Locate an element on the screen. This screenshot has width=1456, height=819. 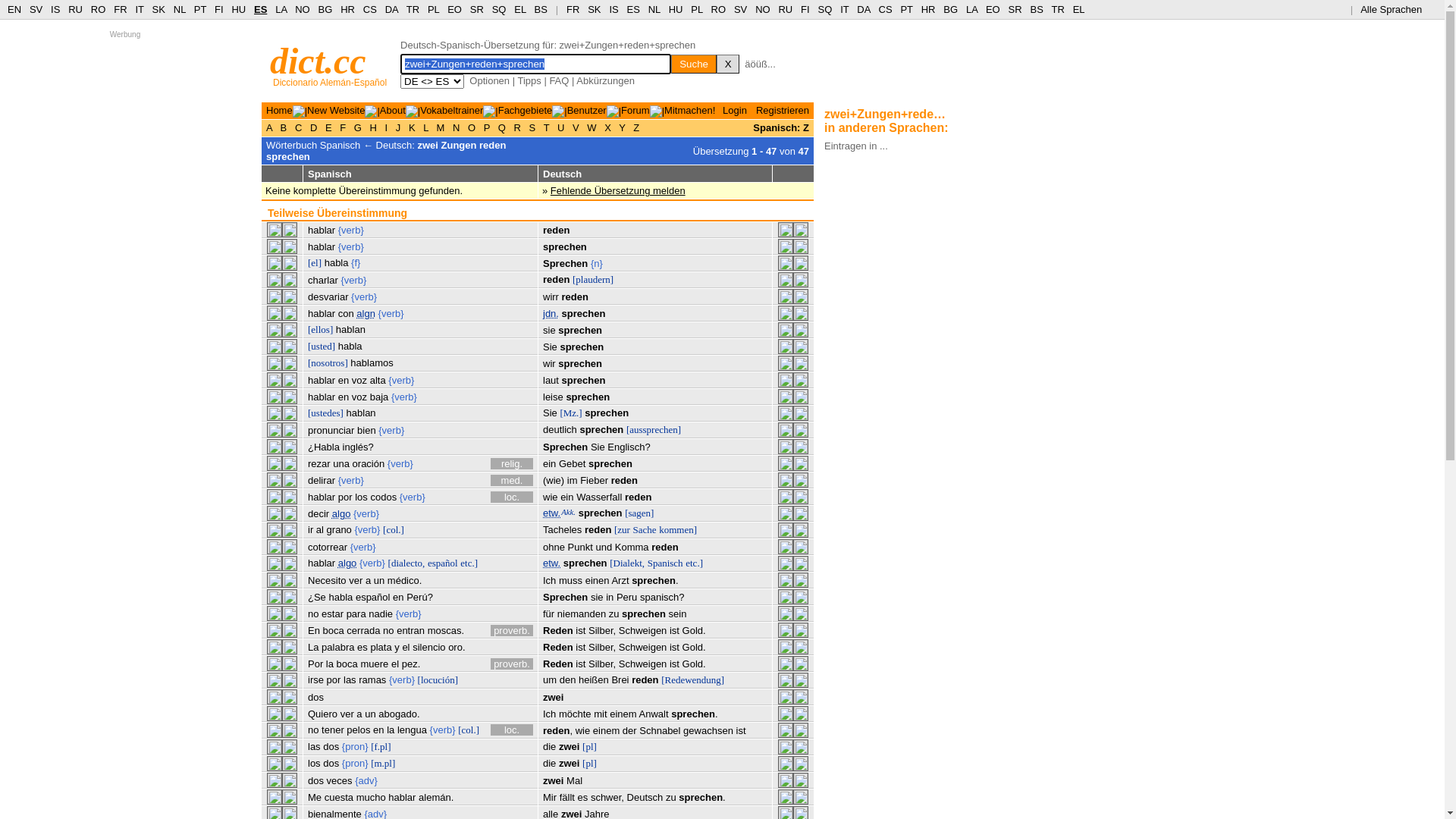
'im' is located at coordinates (571, 480).